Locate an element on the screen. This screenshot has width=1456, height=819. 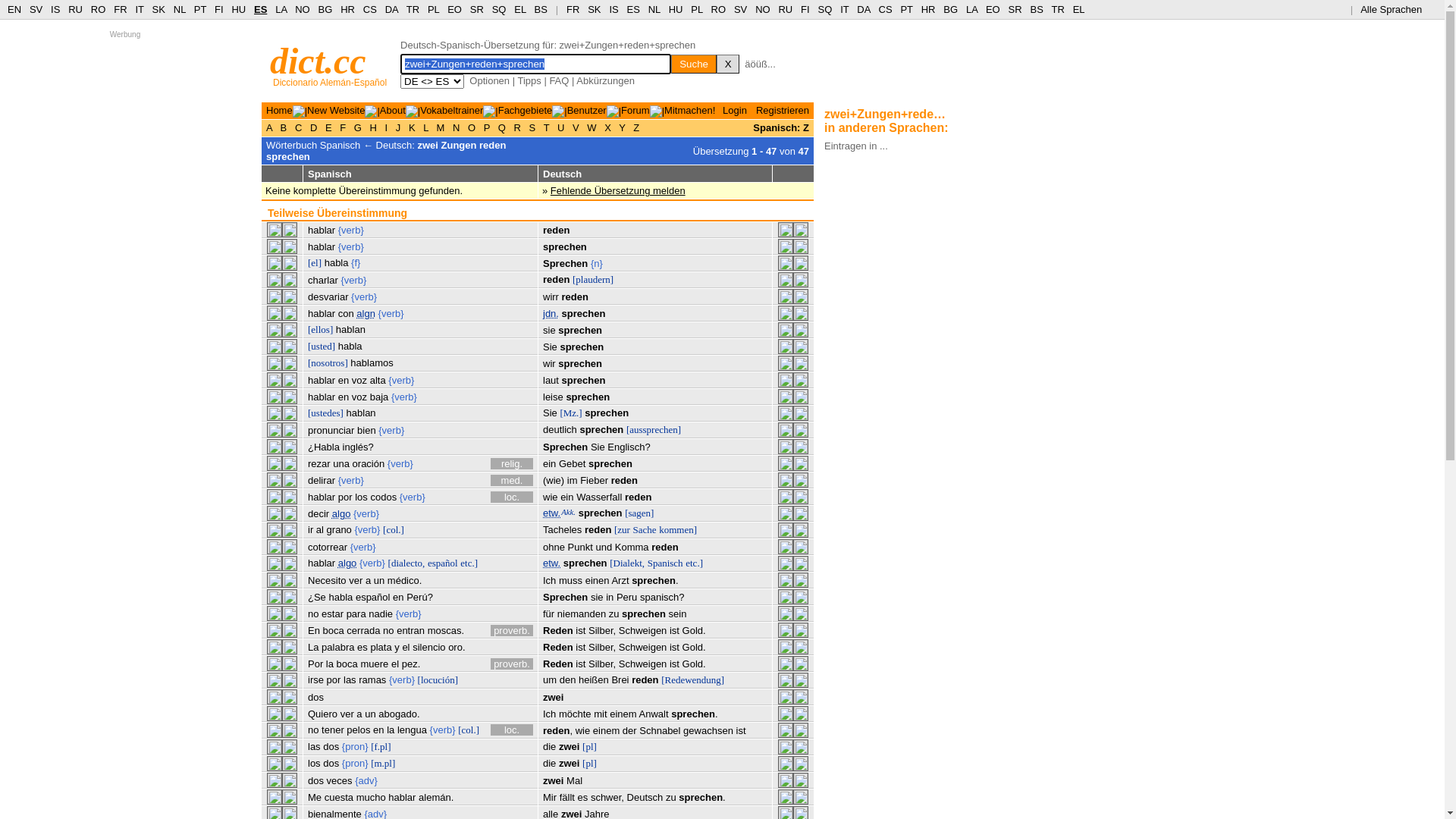
'im' is located at coordinates (571, 480).